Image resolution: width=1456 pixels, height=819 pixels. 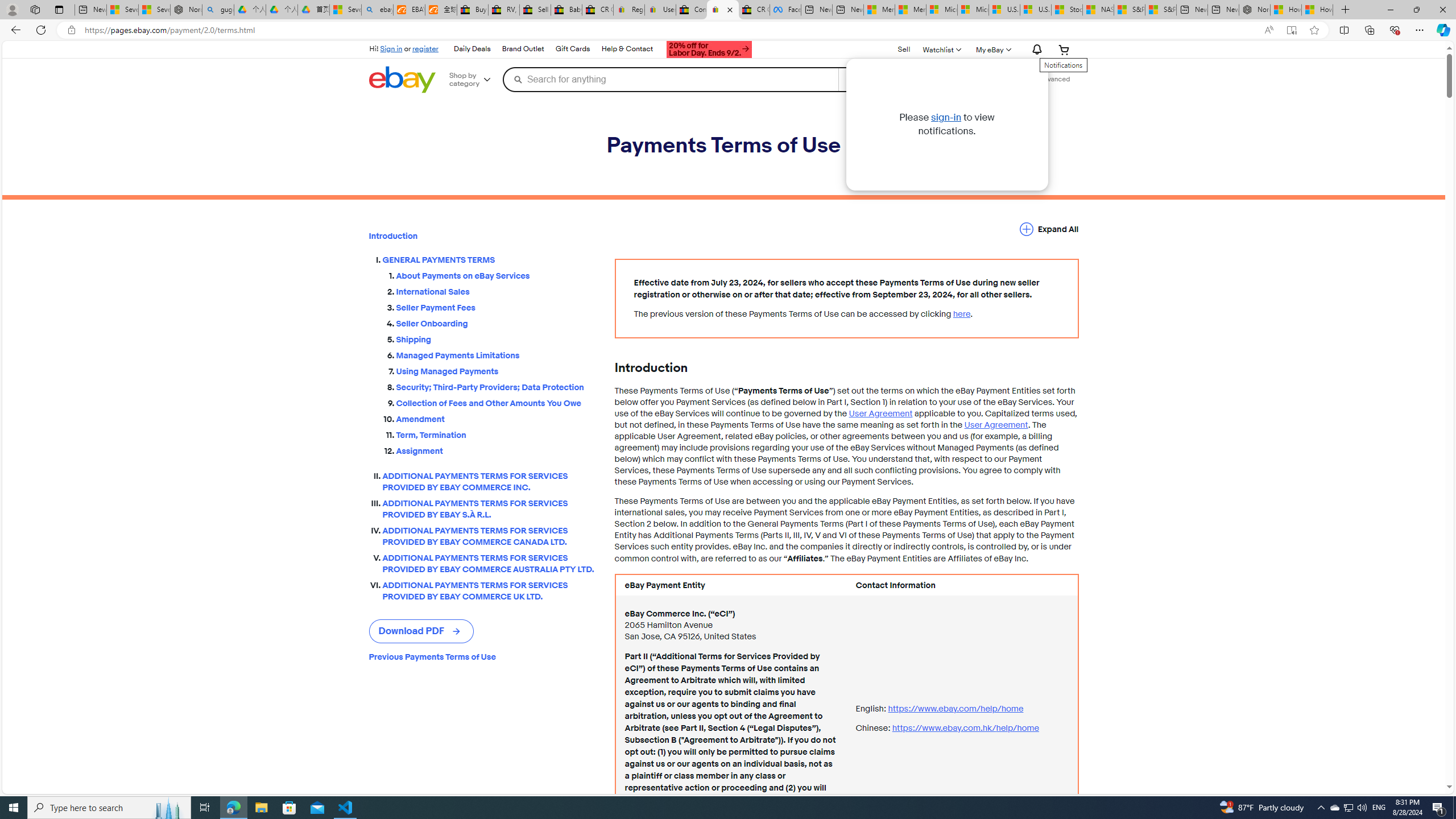 What do you see at coordinates (496, 416) in the screenshot?
I see `'Amendment'` at bounding box center [496, 416].